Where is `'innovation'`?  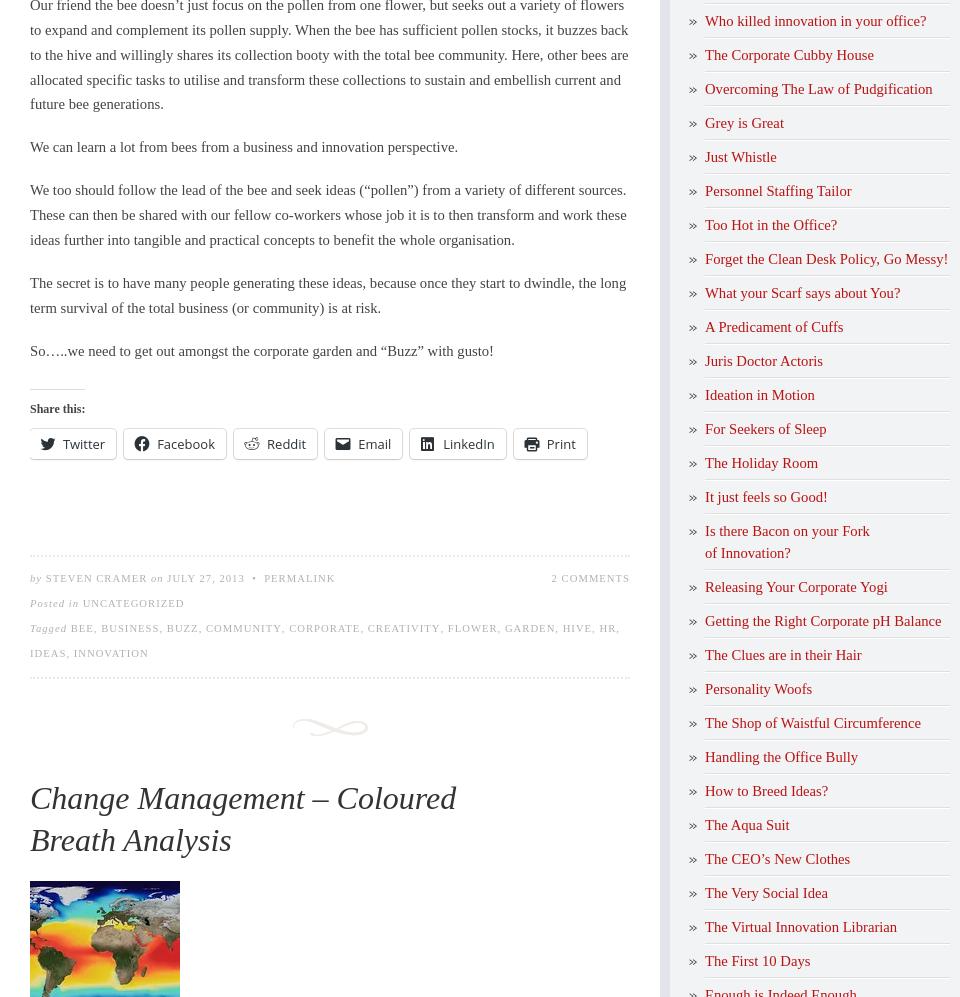 'innovation' is located at coordinates (110, 653).